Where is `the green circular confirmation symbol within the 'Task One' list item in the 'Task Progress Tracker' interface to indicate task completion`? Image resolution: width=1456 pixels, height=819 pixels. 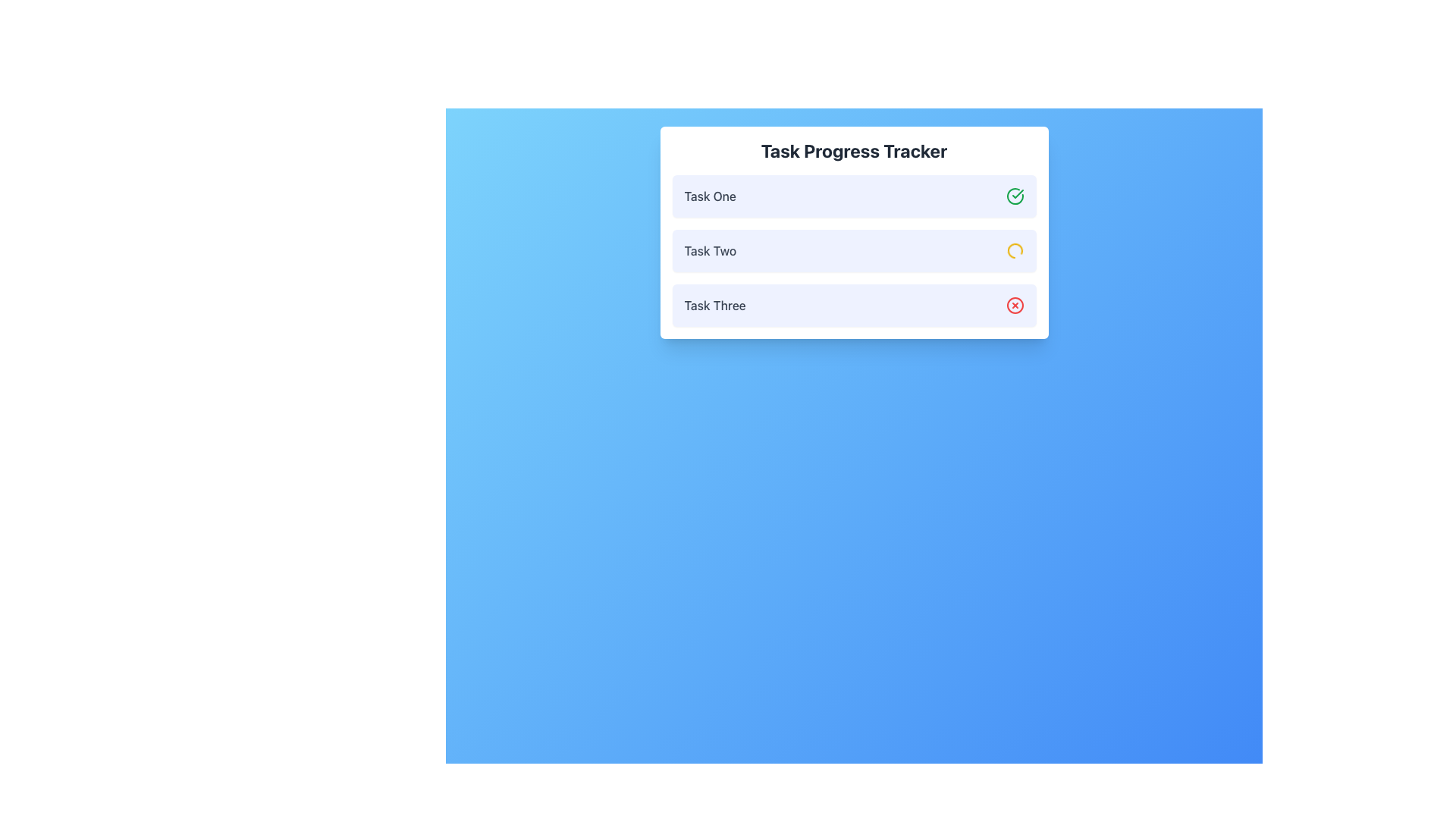
the green circular confirmation symbol within the 'Task One' list item in the 'Task Progress Tracker' interface to indicate task completion is located at coordinates (1018, 193).